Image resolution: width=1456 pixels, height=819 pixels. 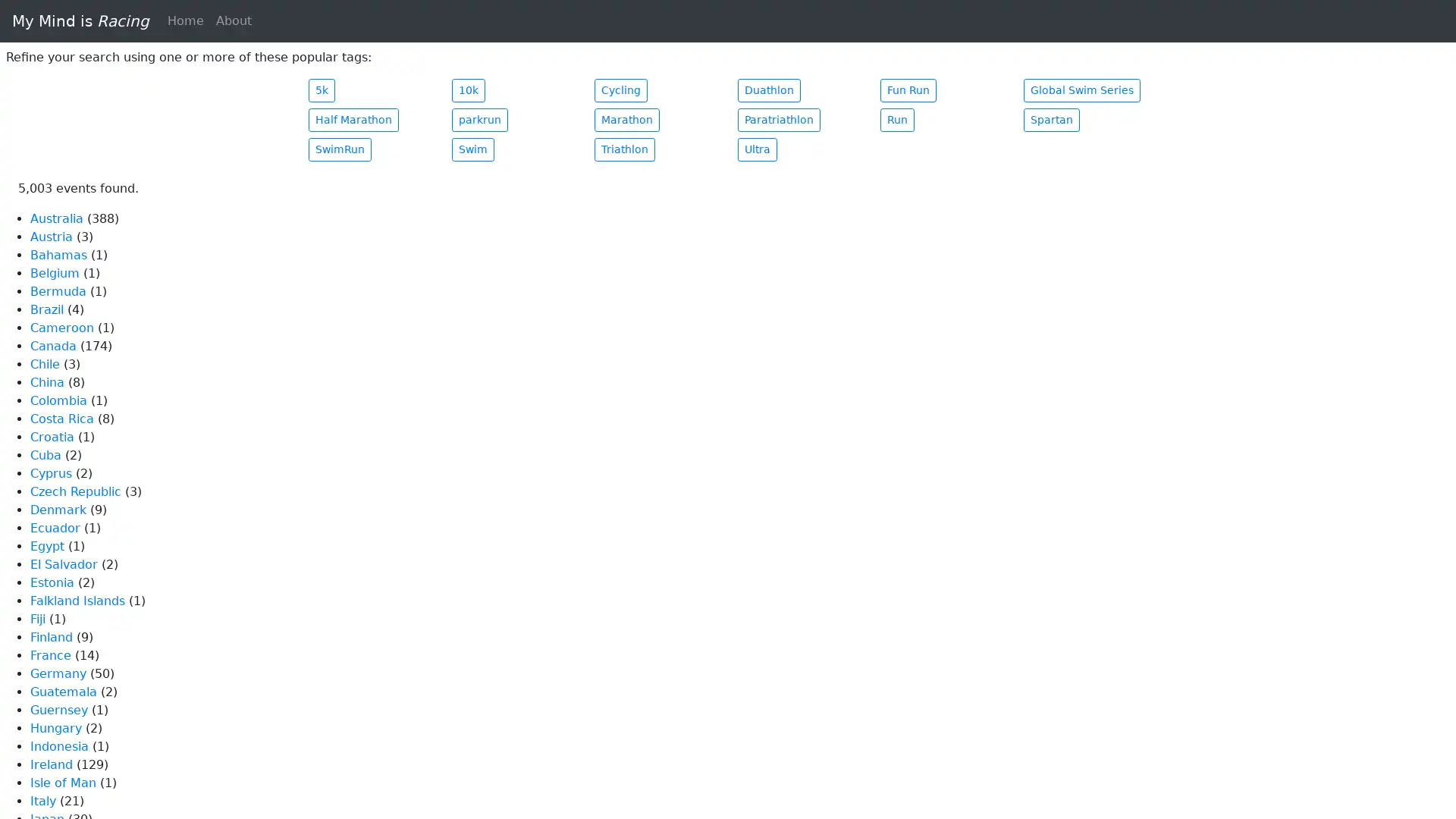 What do you see at coordinates (778, 119) in the screenshot?
I see `Paratriathlon` at bounding box center [778, 119].